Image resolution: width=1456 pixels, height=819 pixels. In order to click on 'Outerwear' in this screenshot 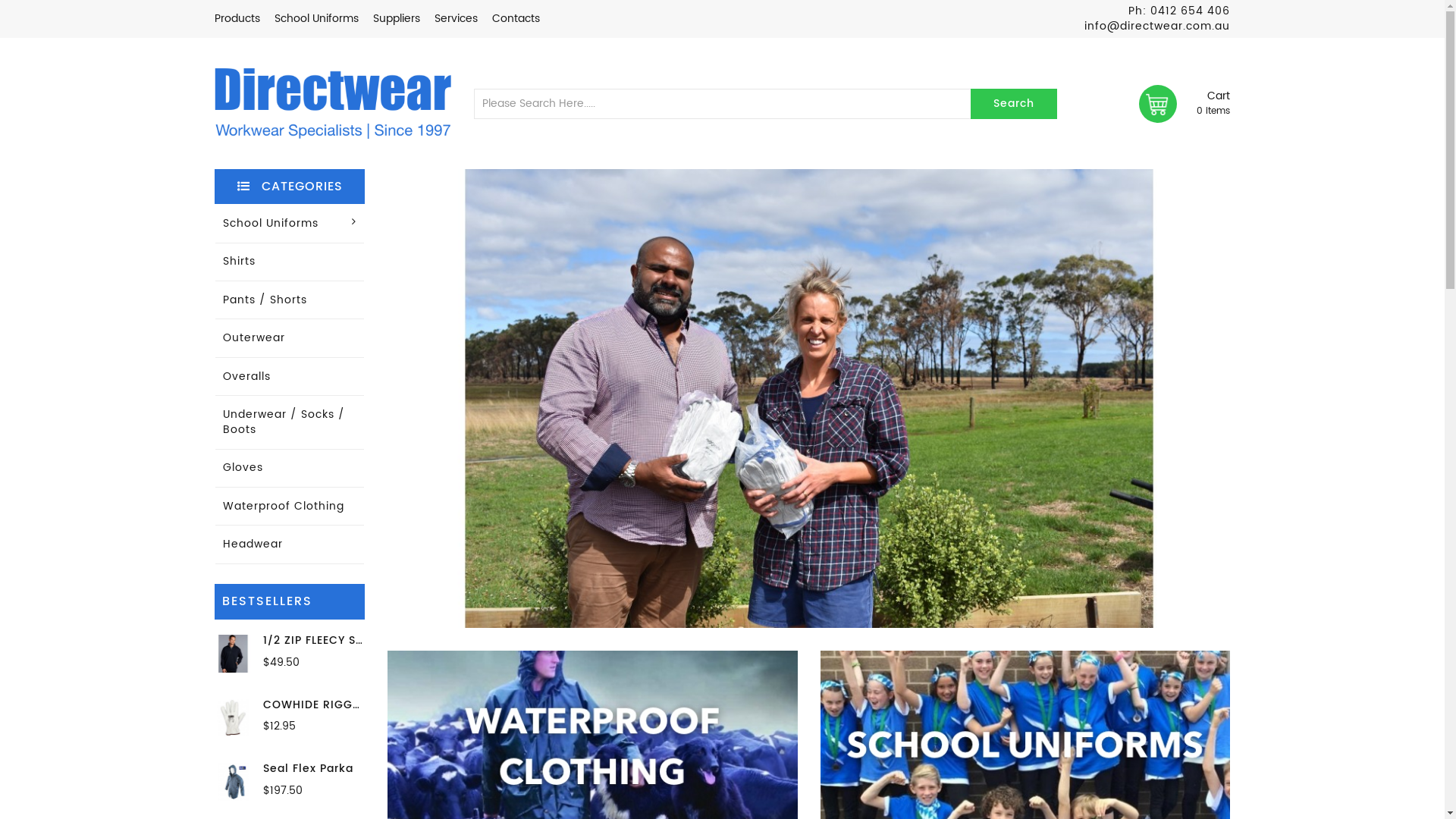, I will do `click(214, 337)`.